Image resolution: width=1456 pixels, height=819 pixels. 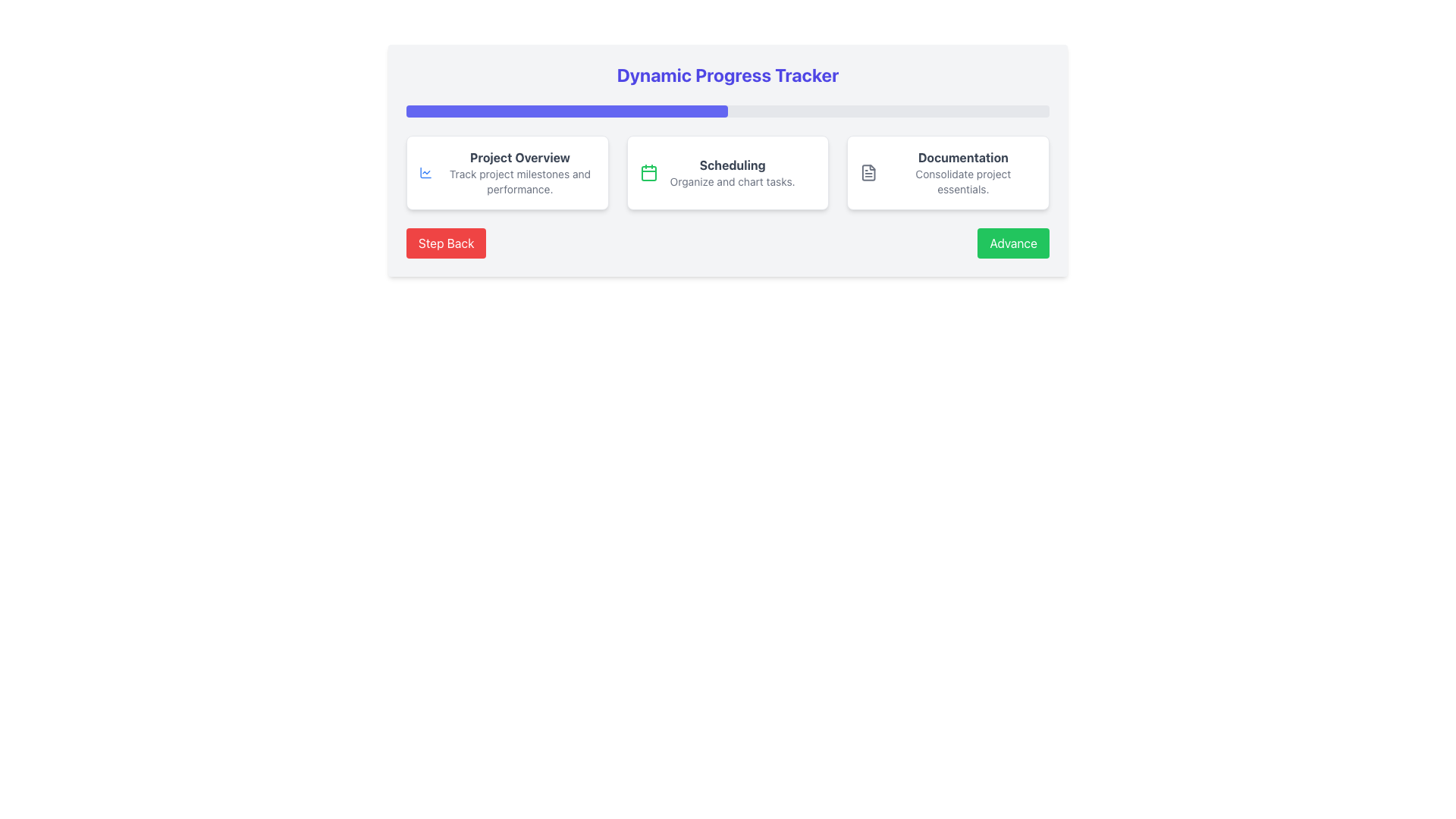 I want to click on the 'Project Overview' text element in the card component, so click(x=520, y=171).